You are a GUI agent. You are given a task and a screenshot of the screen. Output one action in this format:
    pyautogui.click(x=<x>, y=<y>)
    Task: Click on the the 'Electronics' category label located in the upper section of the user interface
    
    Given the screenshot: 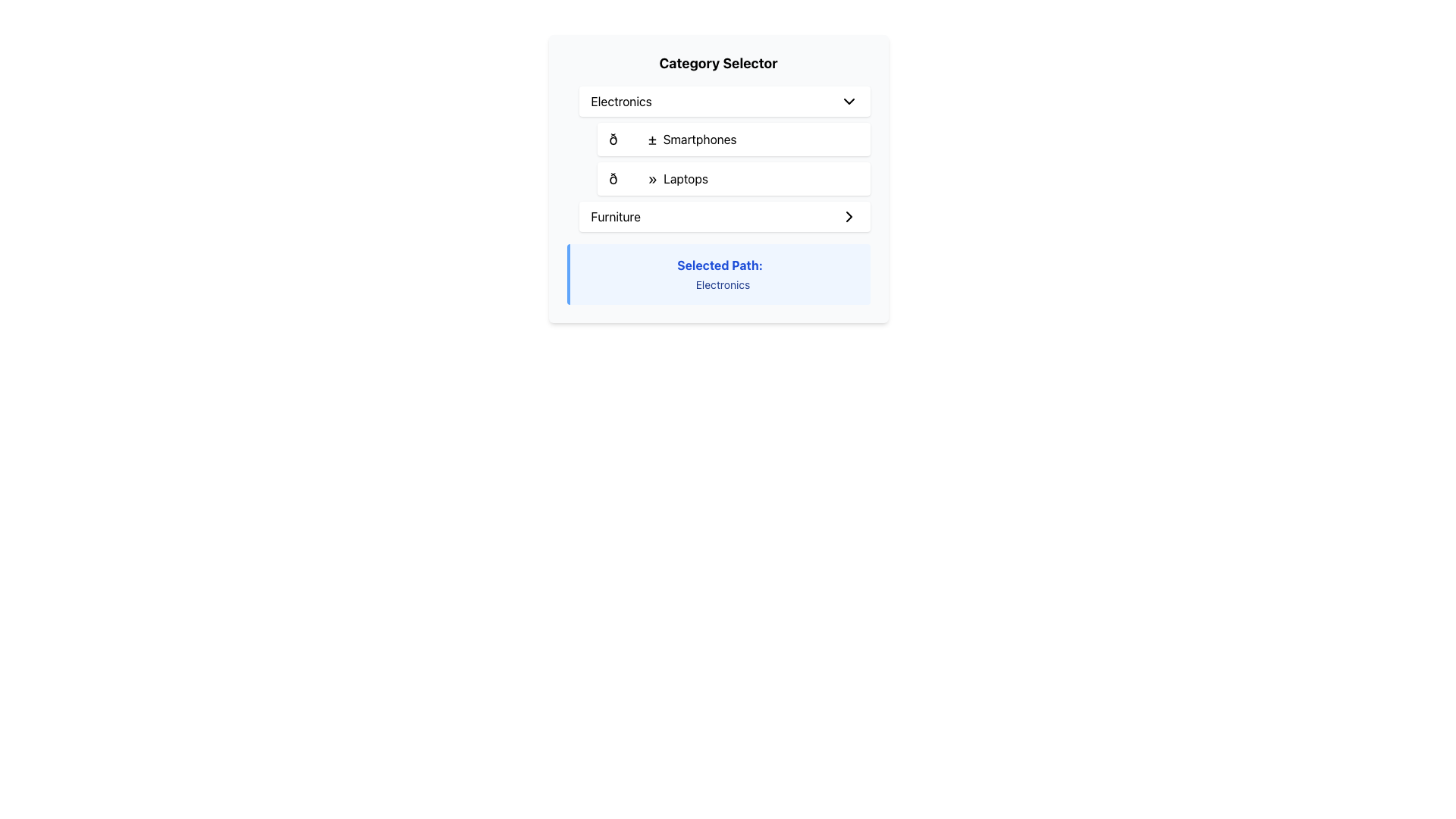 What is the action you would take?
    pyautogui.click(x=621, y=102)
    